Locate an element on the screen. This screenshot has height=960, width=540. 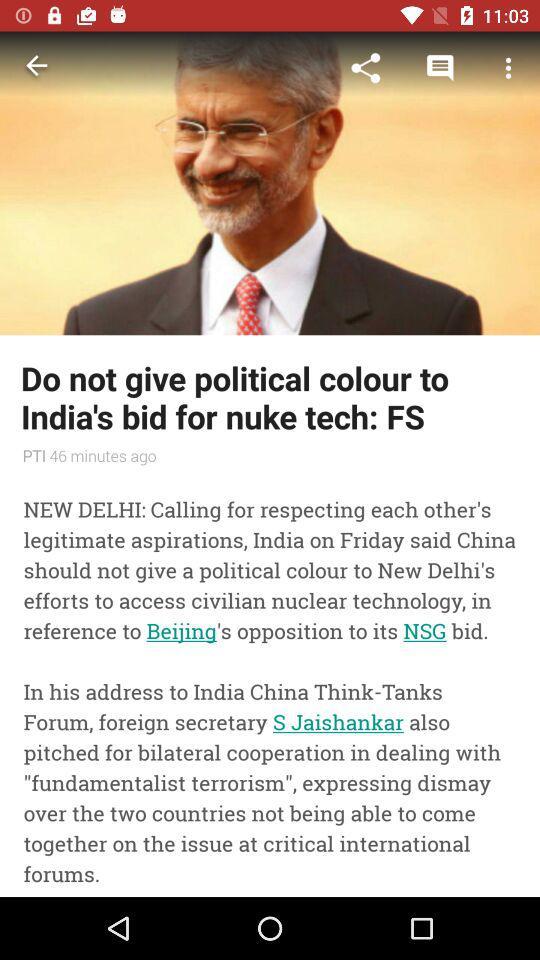
see picture is located at coordinates (270, 183).